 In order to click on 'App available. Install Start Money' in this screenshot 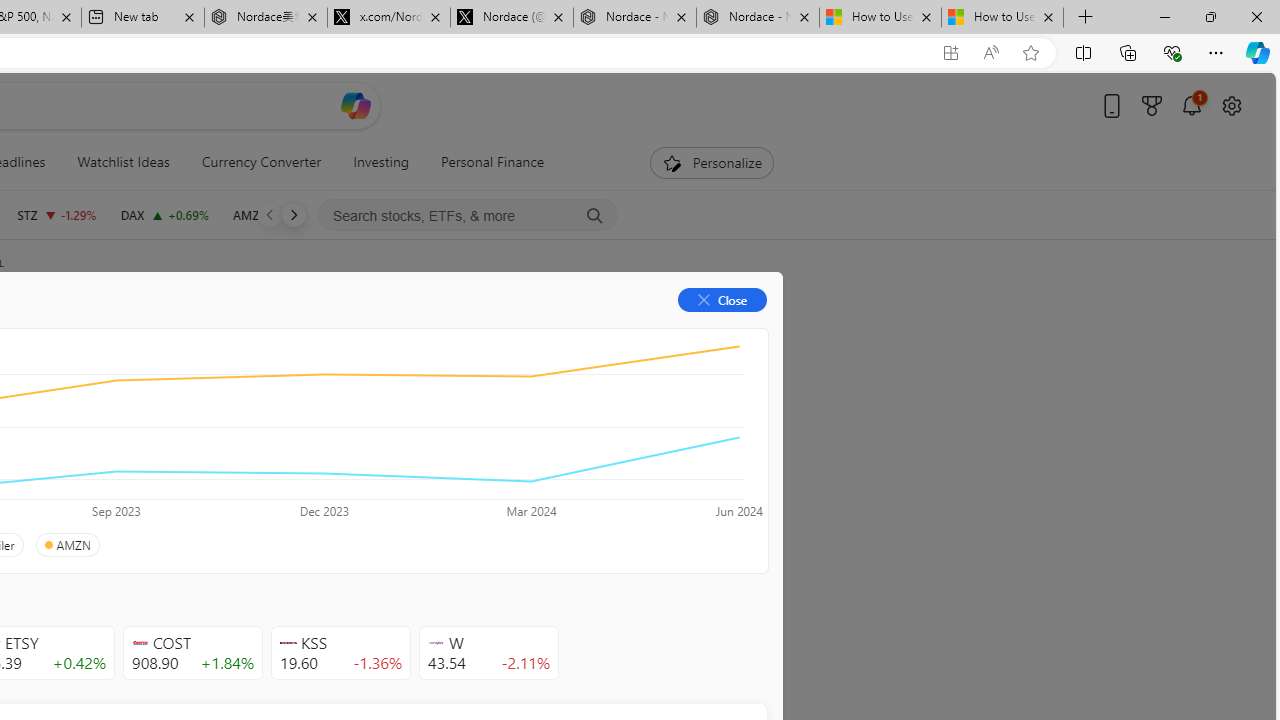, I will do `click(950, 52)`.